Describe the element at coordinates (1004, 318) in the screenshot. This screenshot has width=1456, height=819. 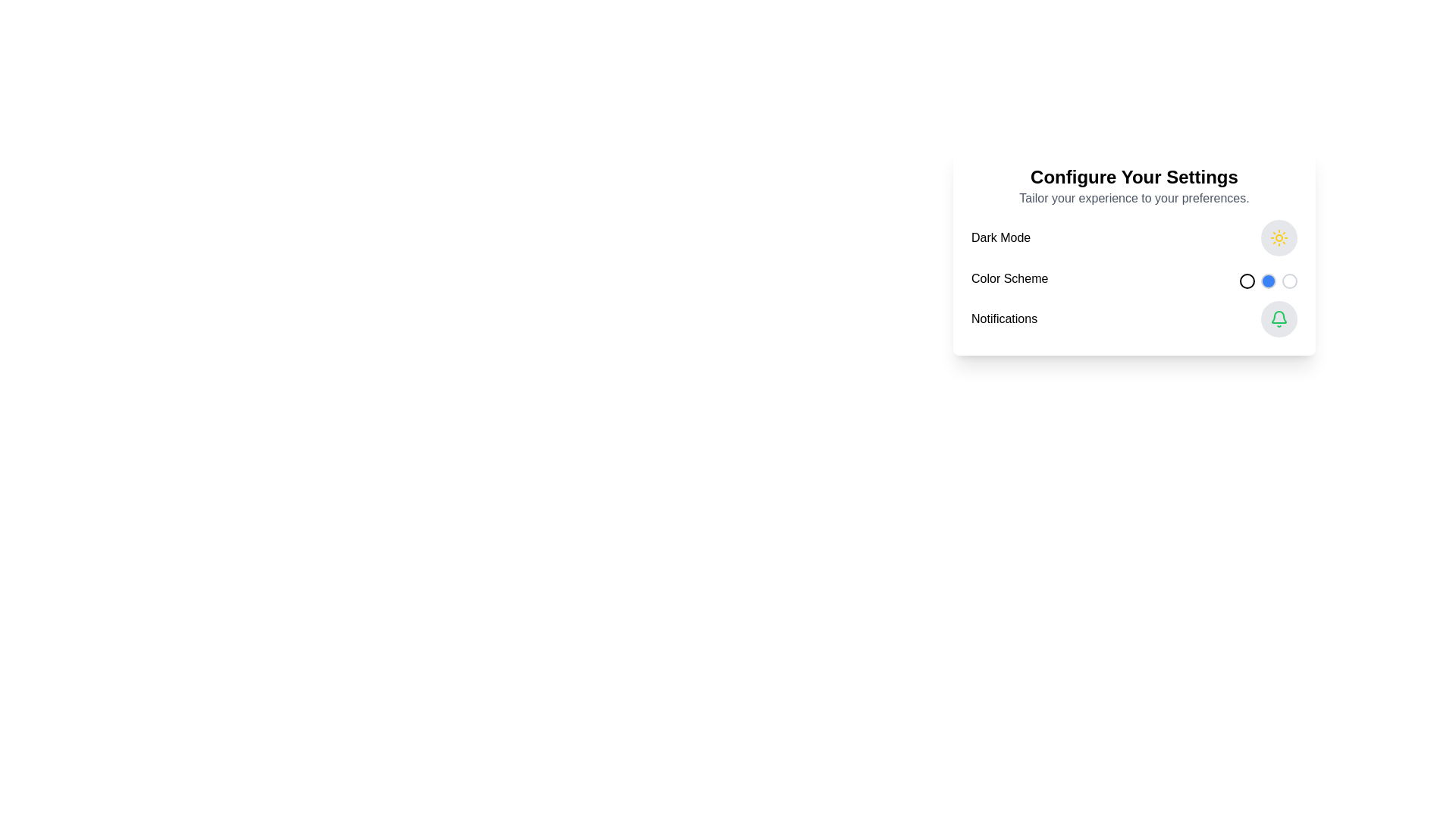
I see `the 'Notifications' text label, which is styled with a medium font weight and located in the bottom-left corner of the card-like section, below the 'Color Scheme' option` at that location.